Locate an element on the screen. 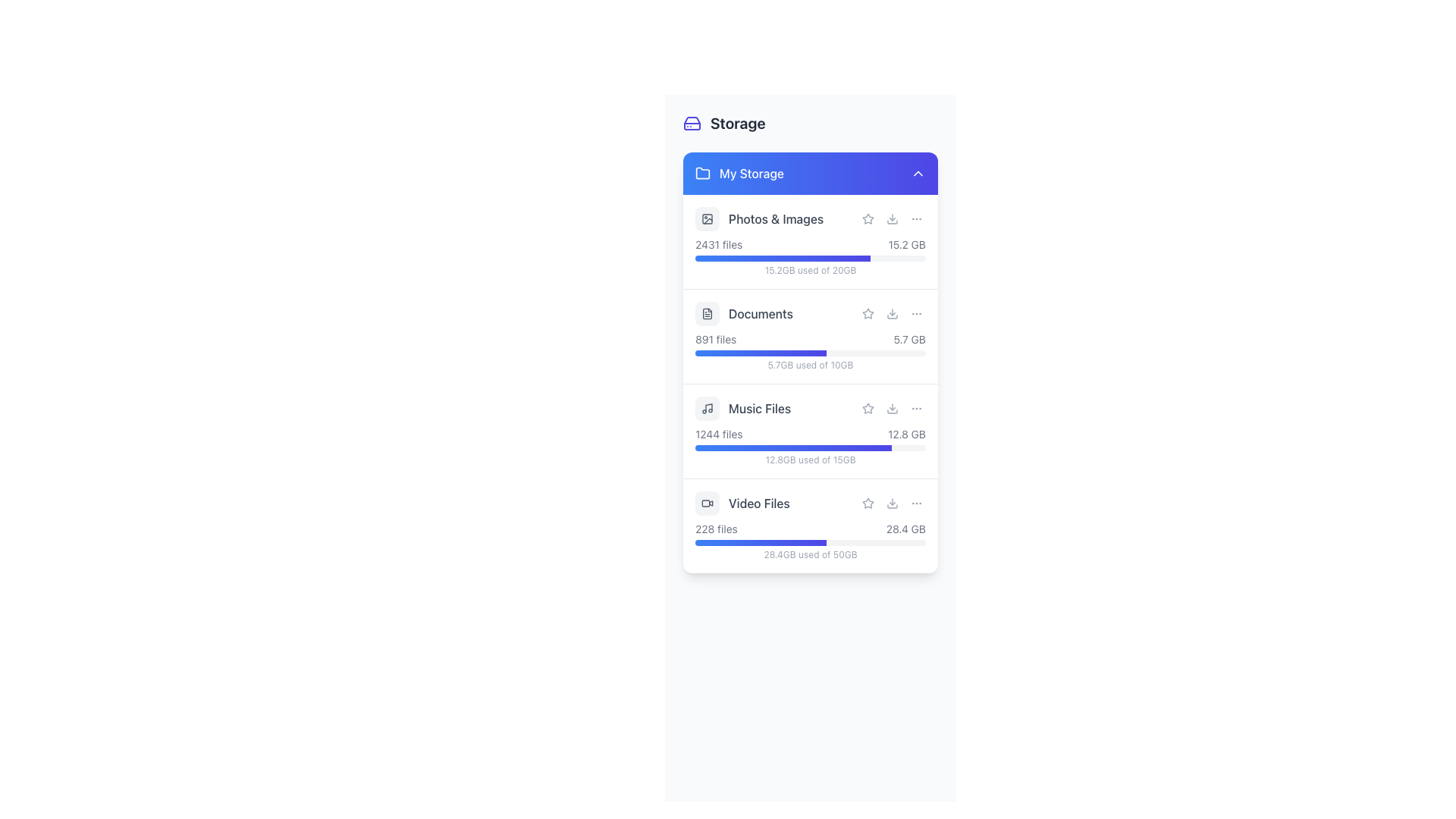  the star icon button used for marking items as favorites, located in the 'My Storage' section, aligned with the 'Documents' row is located at coordinates (868, 312).